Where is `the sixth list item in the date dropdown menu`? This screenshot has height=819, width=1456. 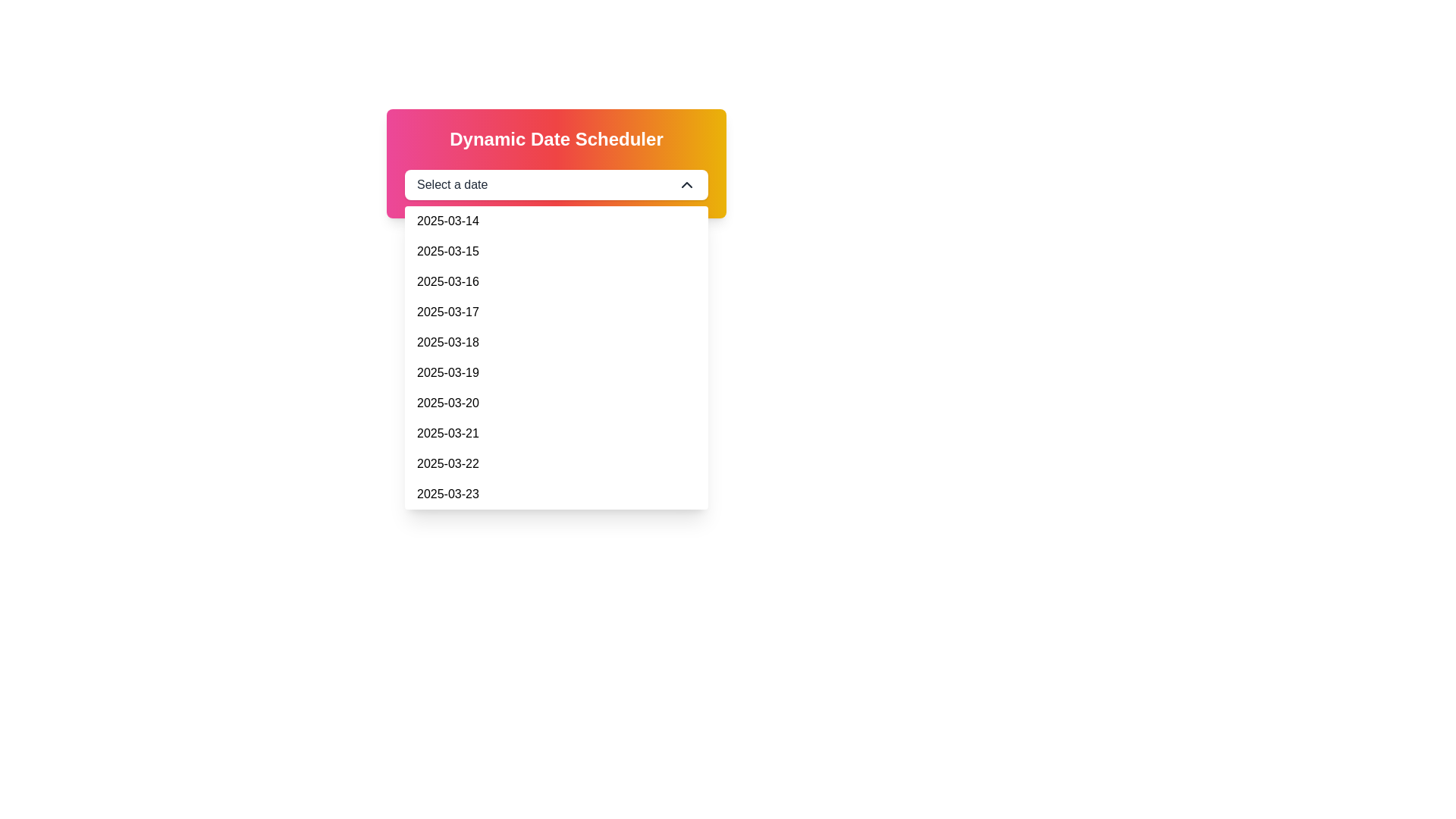
the sixth list item in the date dropdown menu is located at coordinates (556, 373).